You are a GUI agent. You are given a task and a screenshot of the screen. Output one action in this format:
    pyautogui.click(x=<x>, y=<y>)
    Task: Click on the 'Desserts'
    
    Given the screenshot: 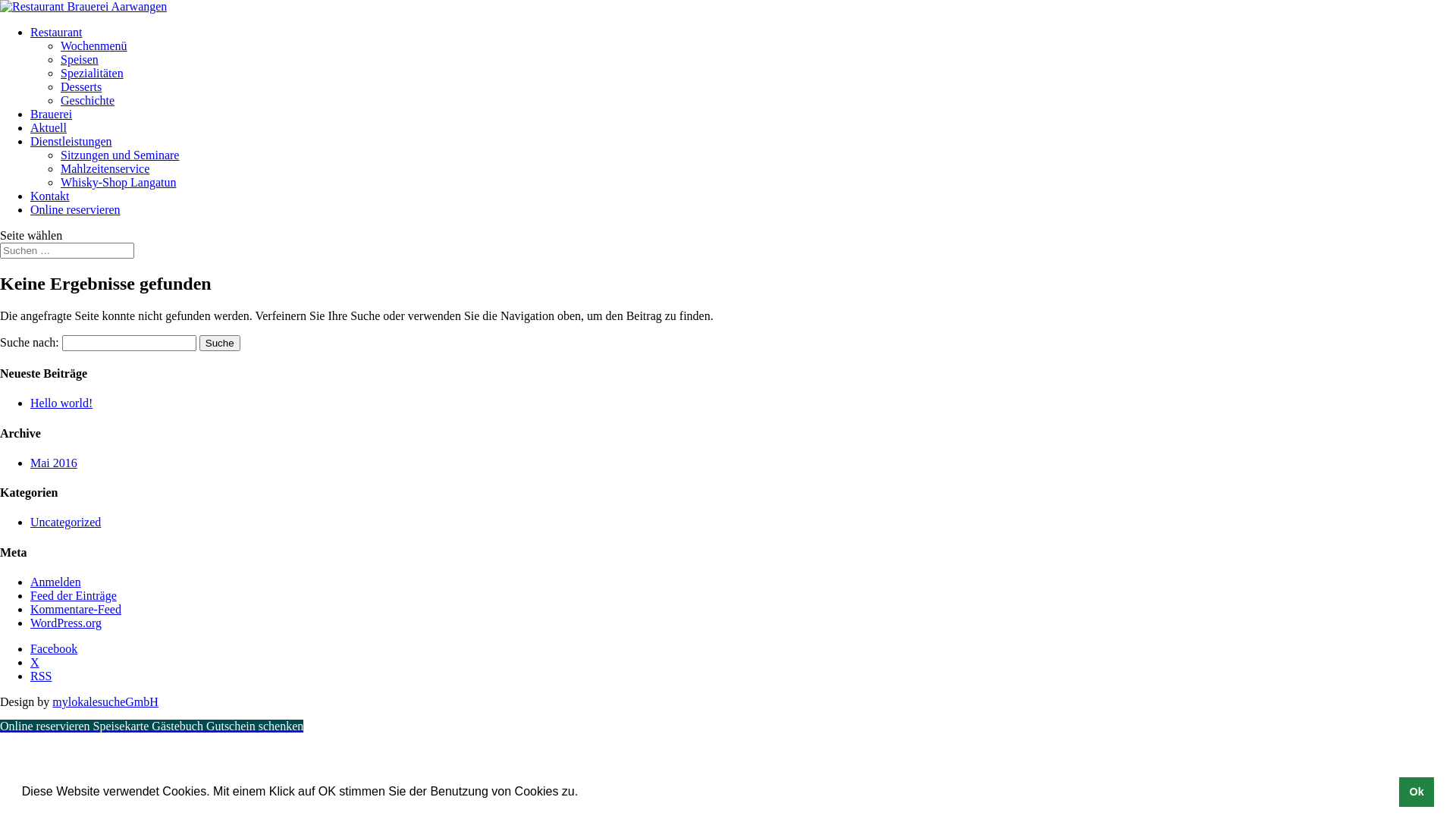 What is the action you would take?
    pyautogui.click(x=80, y=86)
    